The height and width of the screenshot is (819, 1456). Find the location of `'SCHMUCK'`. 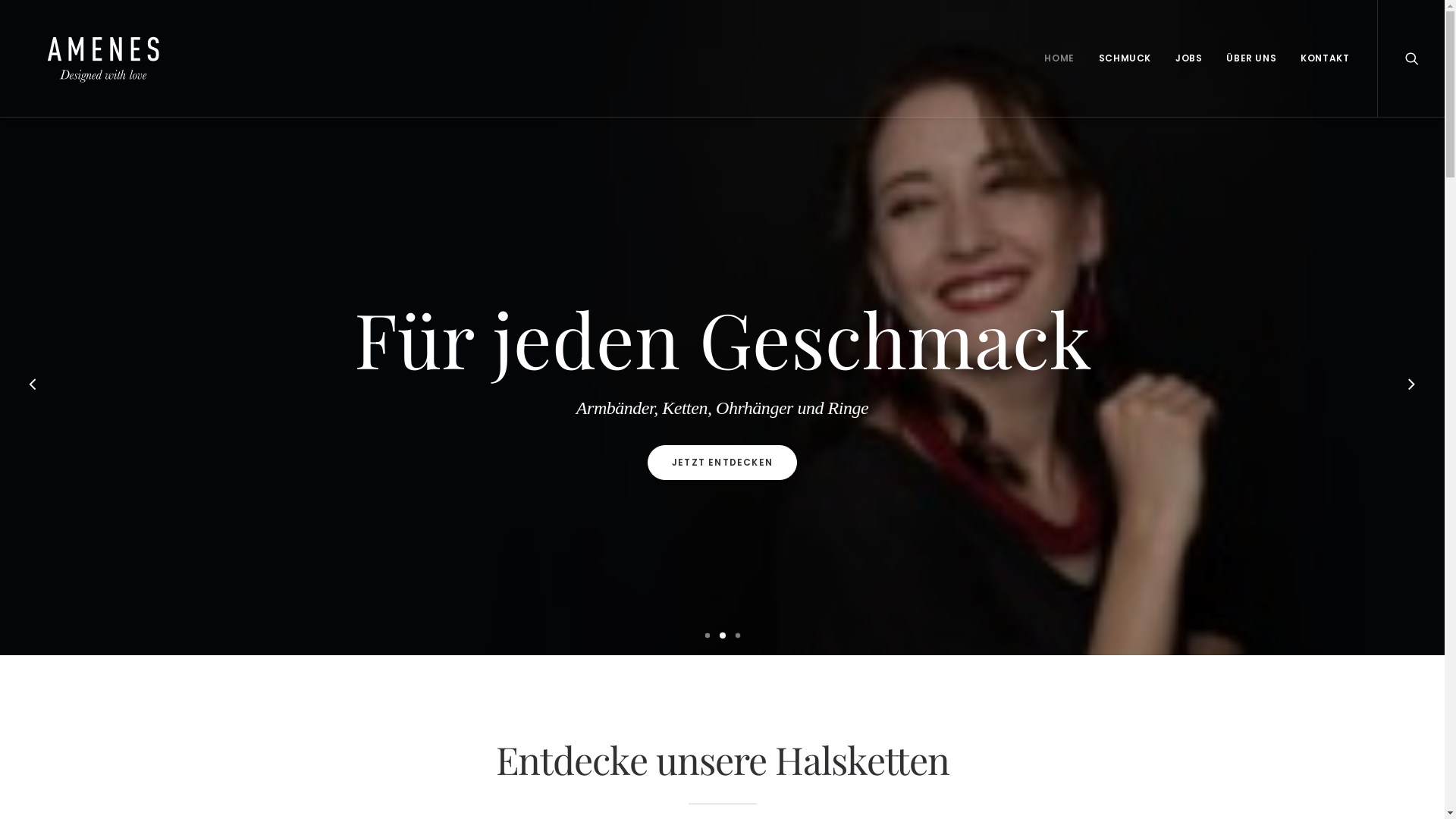

'SCHMUCK' is located at coordinates (1125, 58).